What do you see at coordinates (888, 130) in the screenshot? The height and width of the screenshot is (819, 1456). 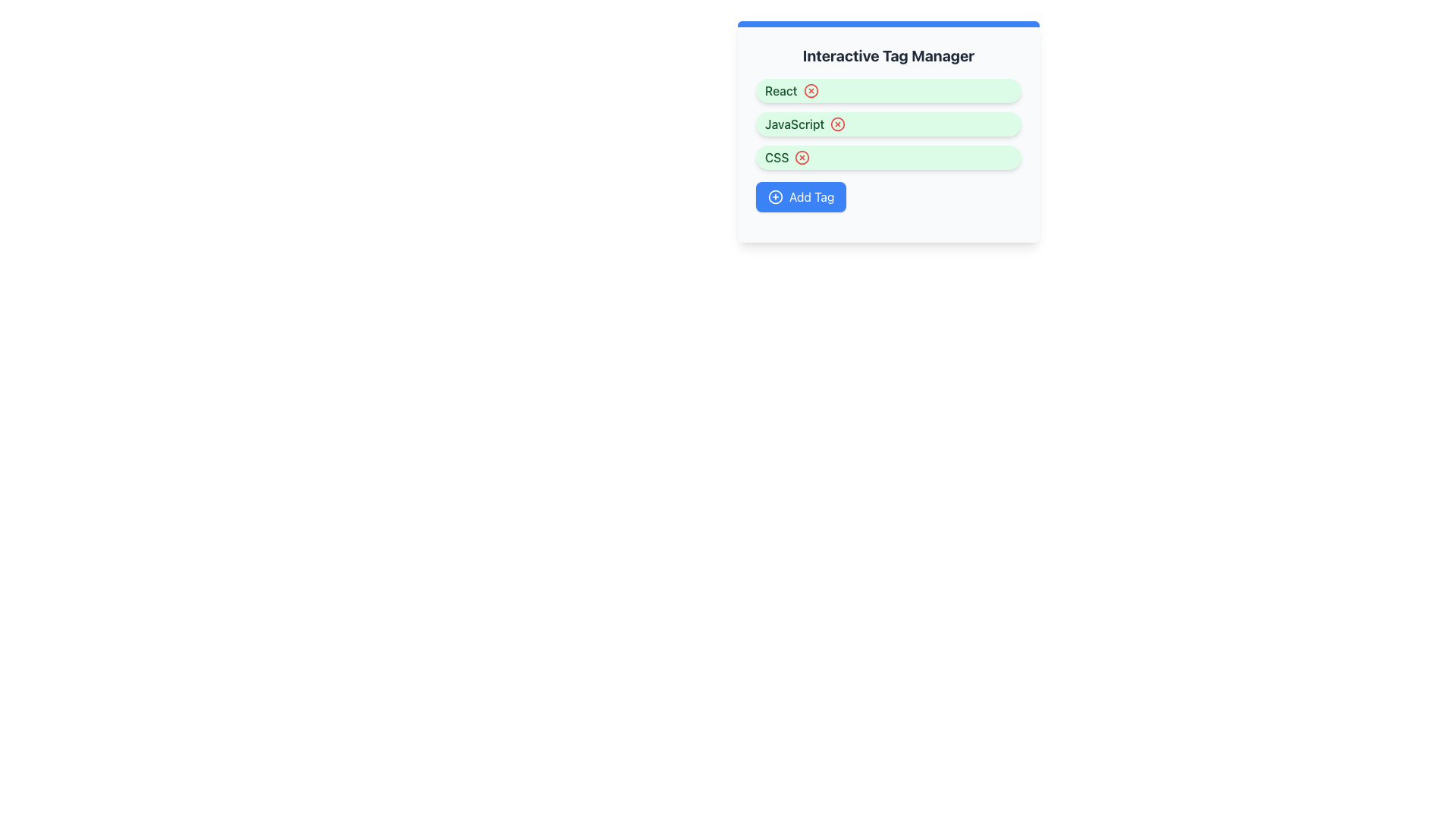 I see `the second tag element in the Interactive Tag Manager, located between the 'React' and 'CSS' labels` at bounding box center [888, 130].